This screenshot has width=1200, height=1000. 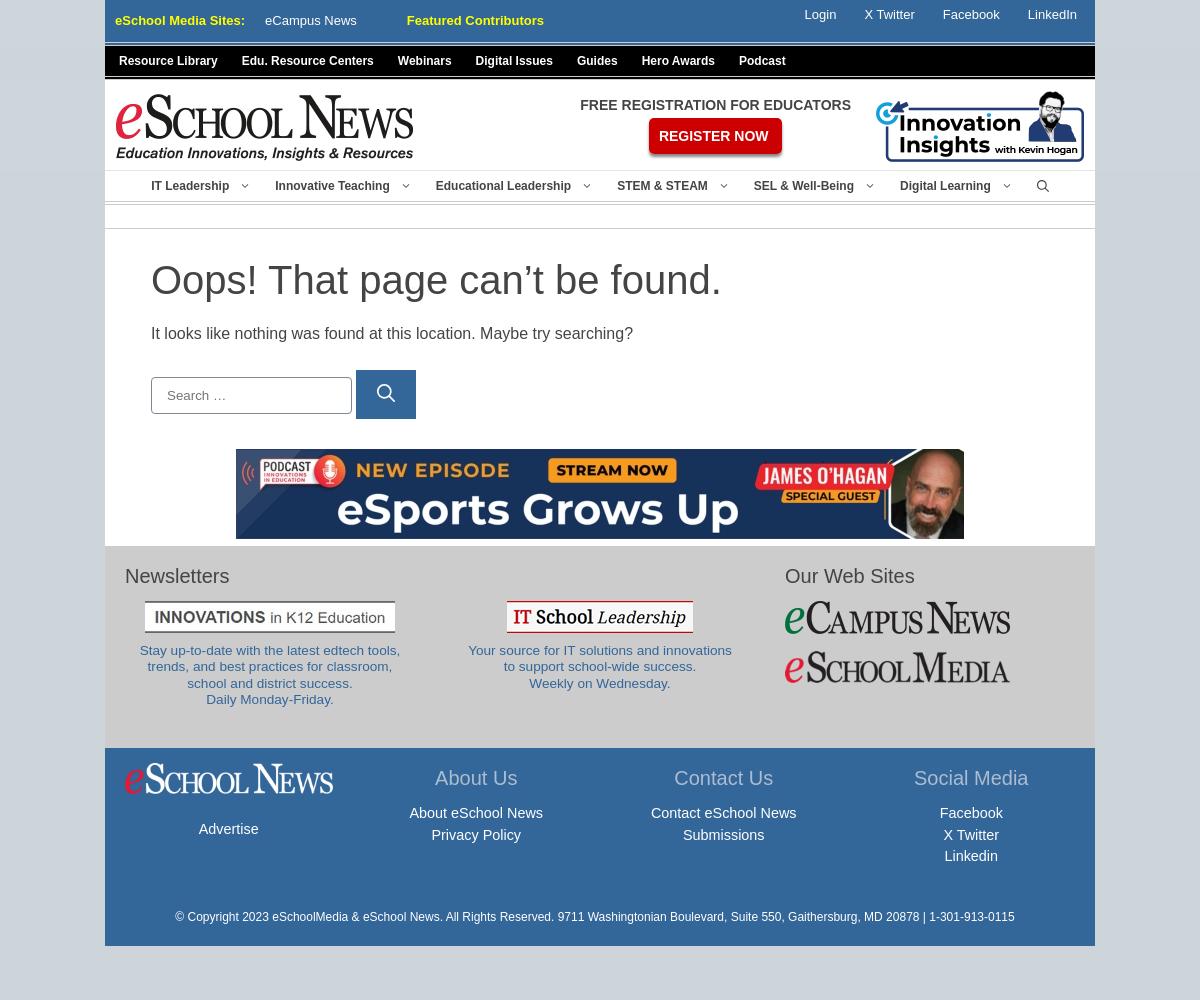 What do you see at coordinates (593, 917) in the screenshot?
I see `'© Copyright 2023 eSchoolMedia & eSchool News. All Rights Reserved. 9711 Washingtonian Boulevard, Suite 550, Gaithersburg, MD 20878 | 1-301-913-0115'` at bounding box center [593, 917].